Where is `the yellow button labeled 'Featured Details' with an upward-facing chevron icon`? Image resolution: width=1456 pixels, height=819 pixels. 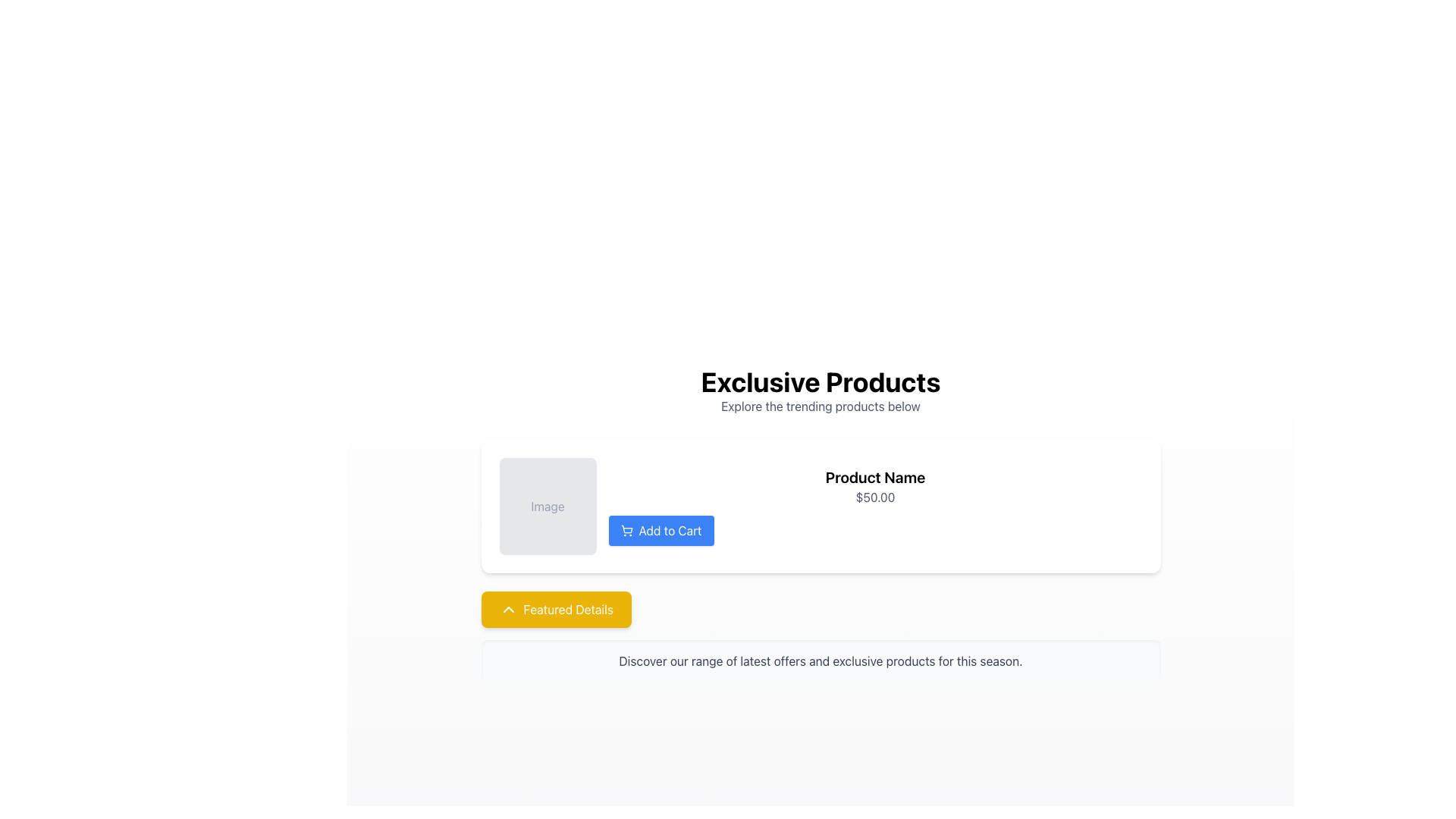 the yellow button labeled 'Featured Details' with an upward-facing chevron icon is located at coordinates (555, 608).